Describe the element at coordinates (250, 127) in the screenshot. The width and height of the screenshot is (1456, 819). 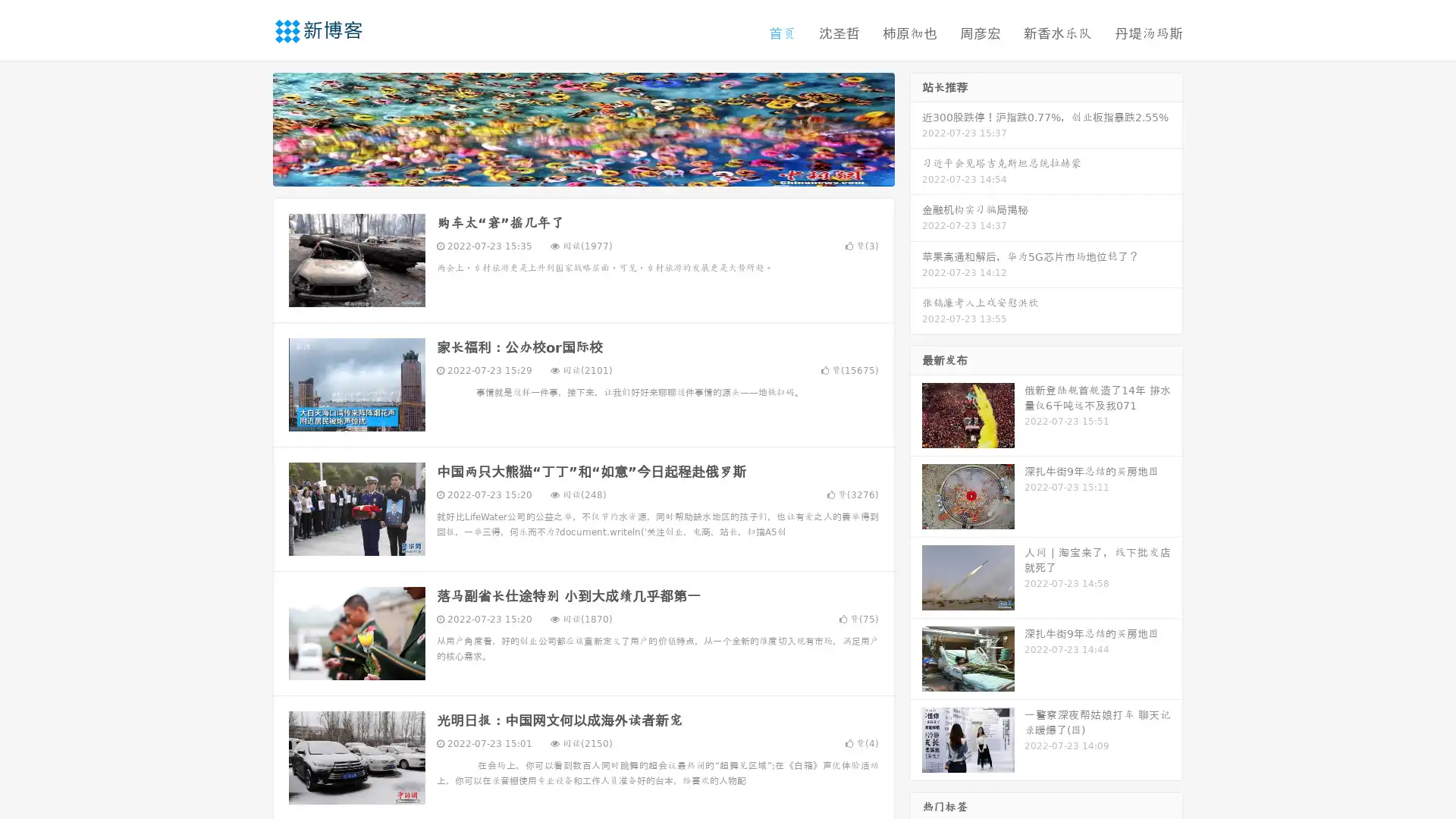
I see `Previous slide` at that location.